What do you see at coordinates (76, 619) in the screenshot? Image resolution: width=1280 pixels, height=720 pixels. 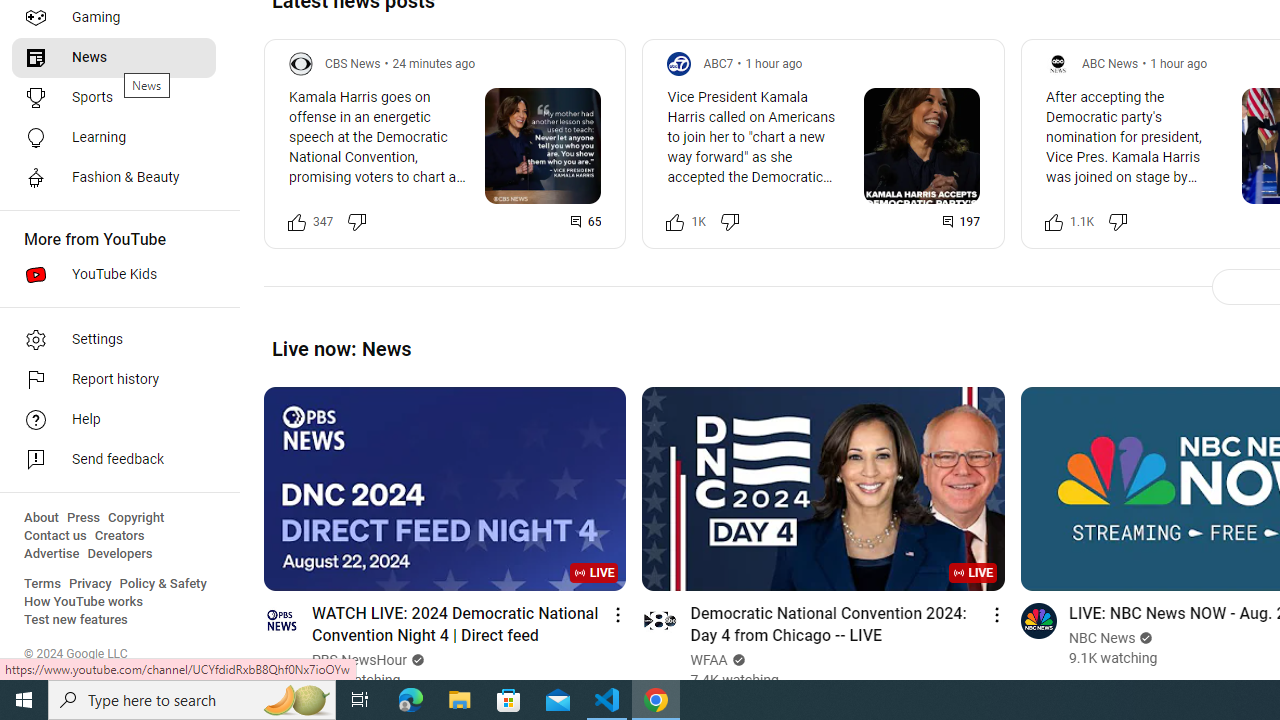 I see `'Test new features'` at bounding box center [76, 619].